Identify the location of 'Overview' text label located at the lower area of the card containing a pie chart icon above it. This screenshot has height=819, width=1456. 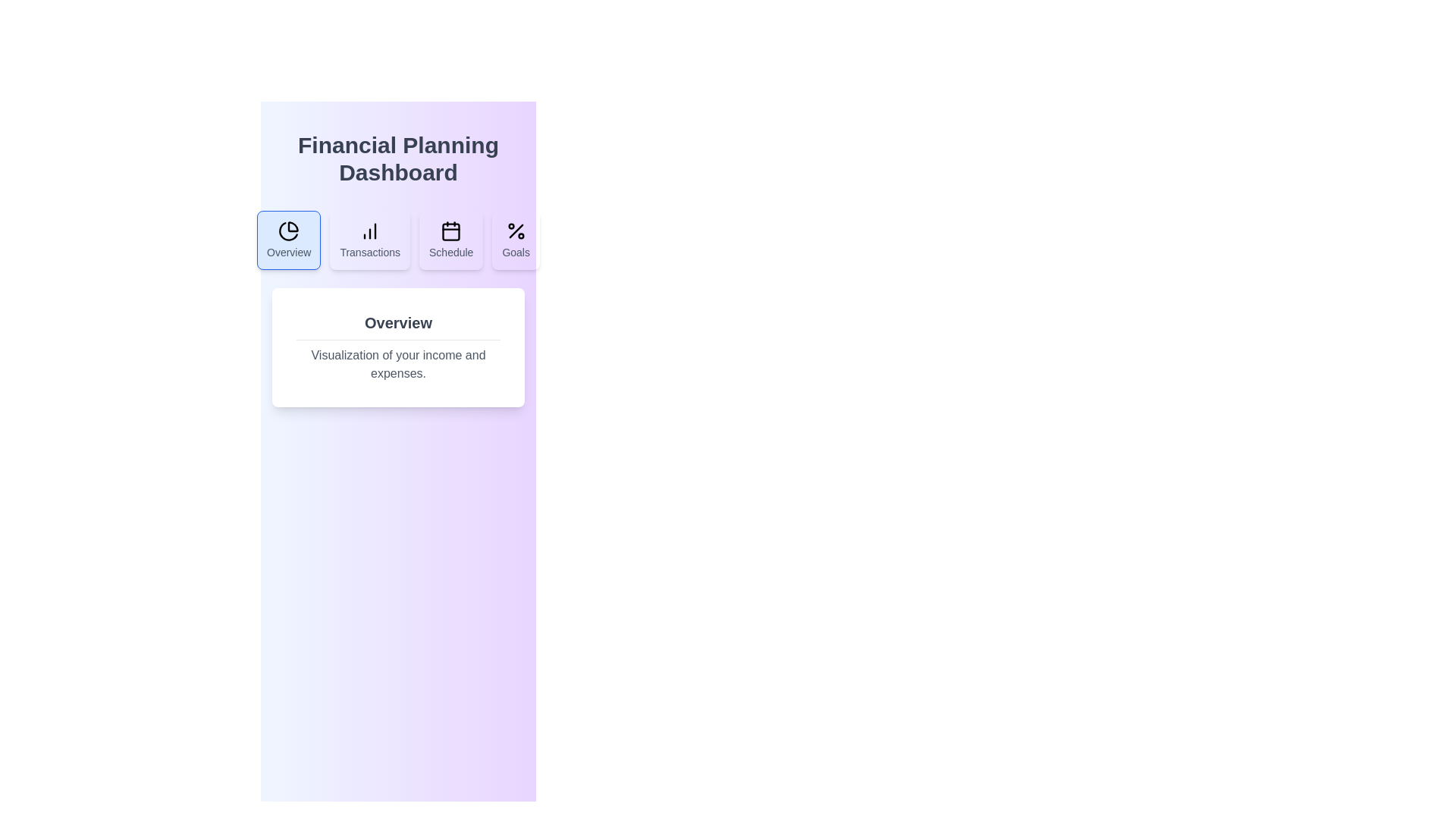
(289, 251).